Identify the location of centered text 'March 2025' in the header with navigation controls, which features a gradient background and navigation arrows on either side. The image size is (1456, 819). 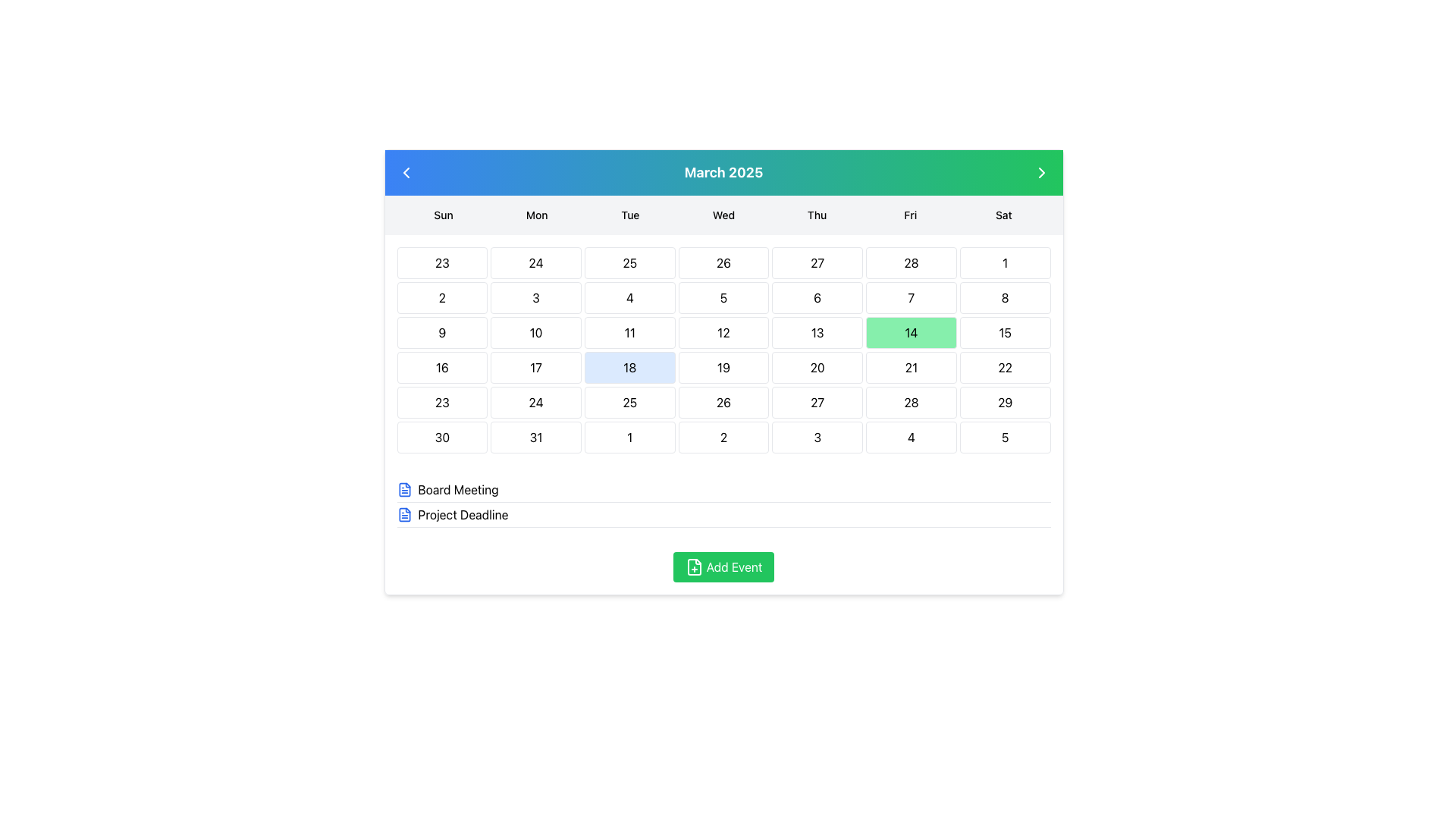
(723, 171).